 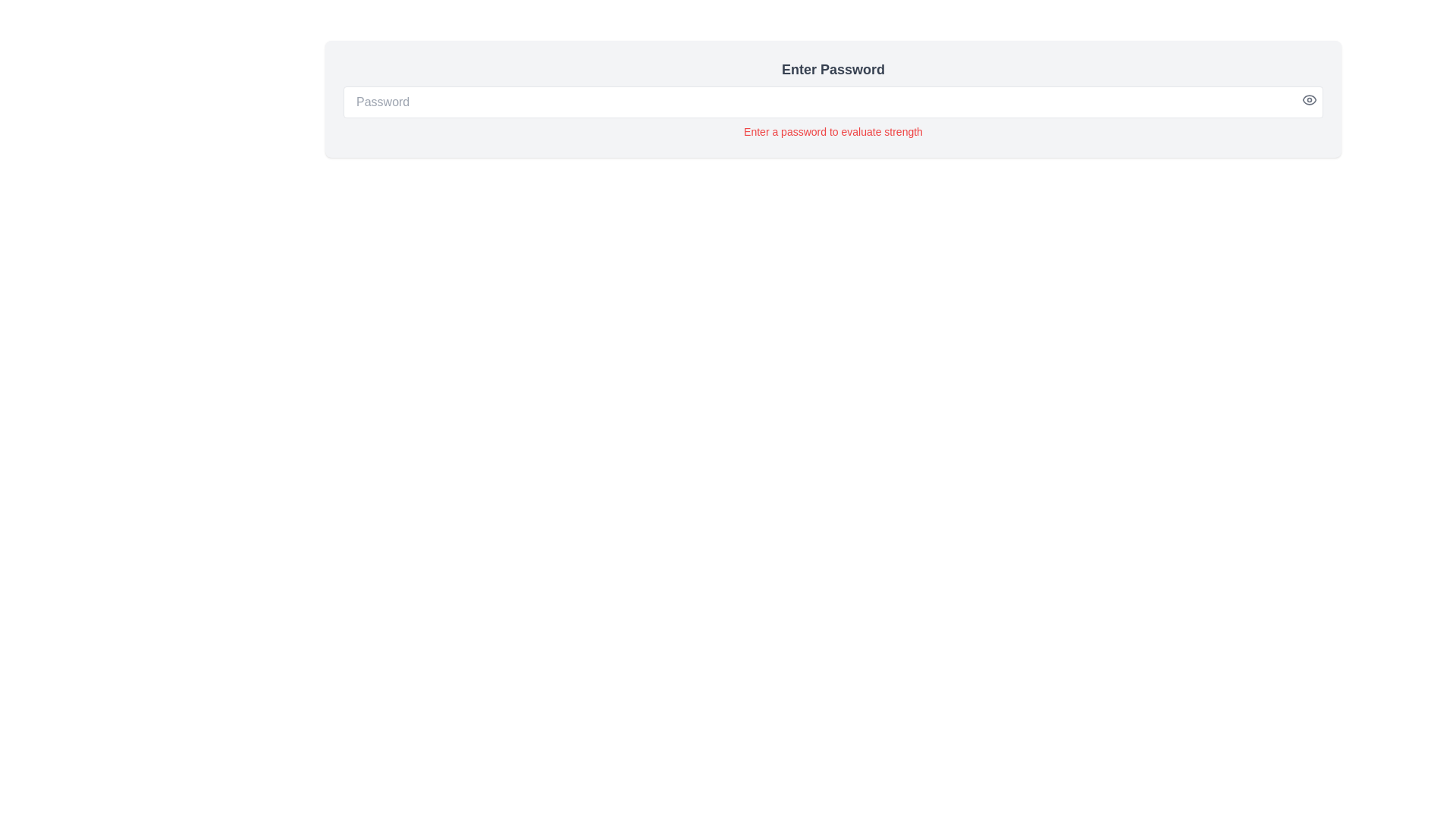 What do you see at coordinates (833, 70) in the screenshot?
I see `the Text Label that indicates the associated password input field, which is positioned at the top of a light-gray box with rounded corners` at bounding box center [833, 70].